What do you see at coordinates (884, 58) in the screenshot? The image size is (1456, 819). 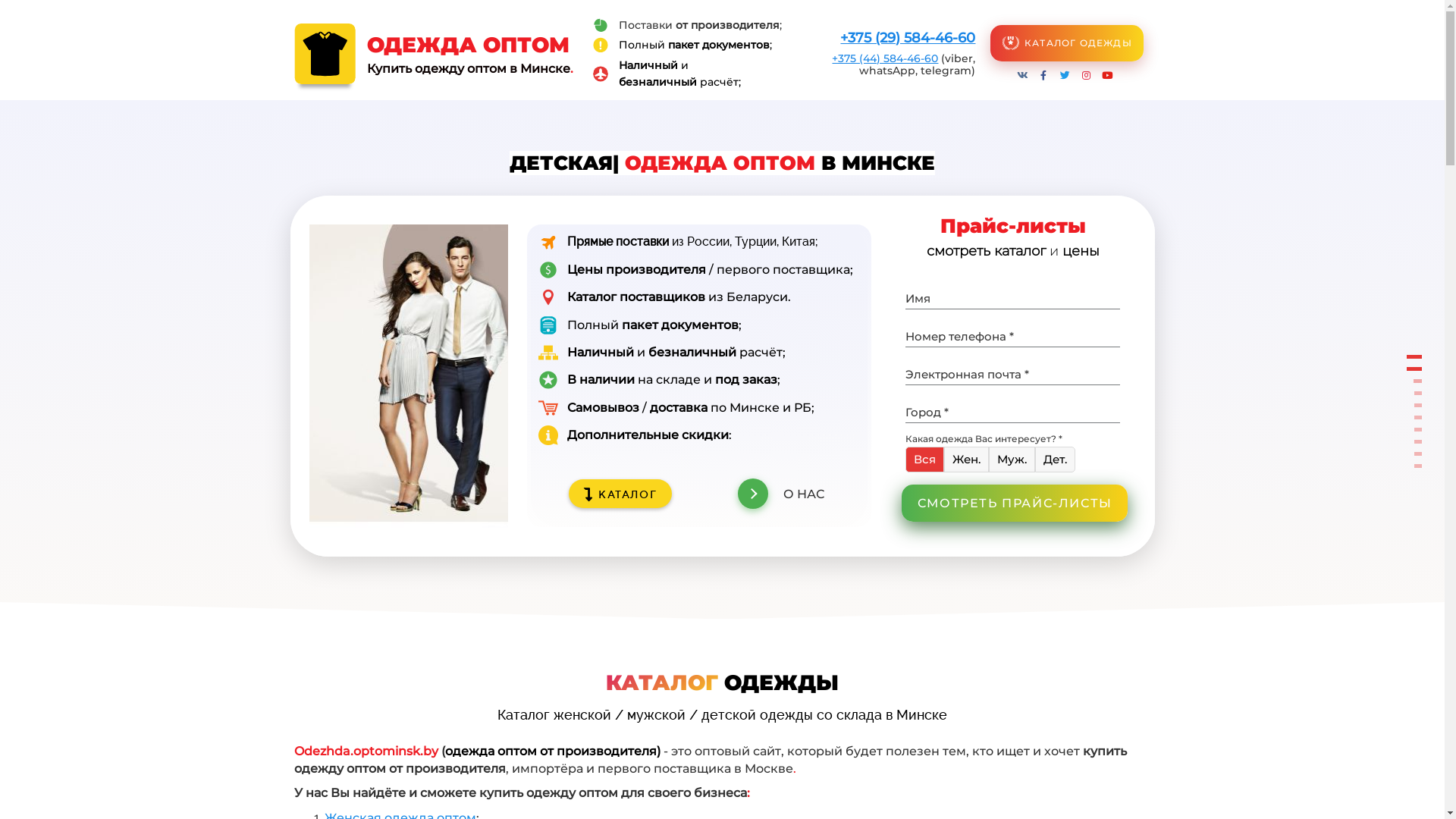 I see `'+375 (44) 584-46-60'` at bounding box center [884, 58].